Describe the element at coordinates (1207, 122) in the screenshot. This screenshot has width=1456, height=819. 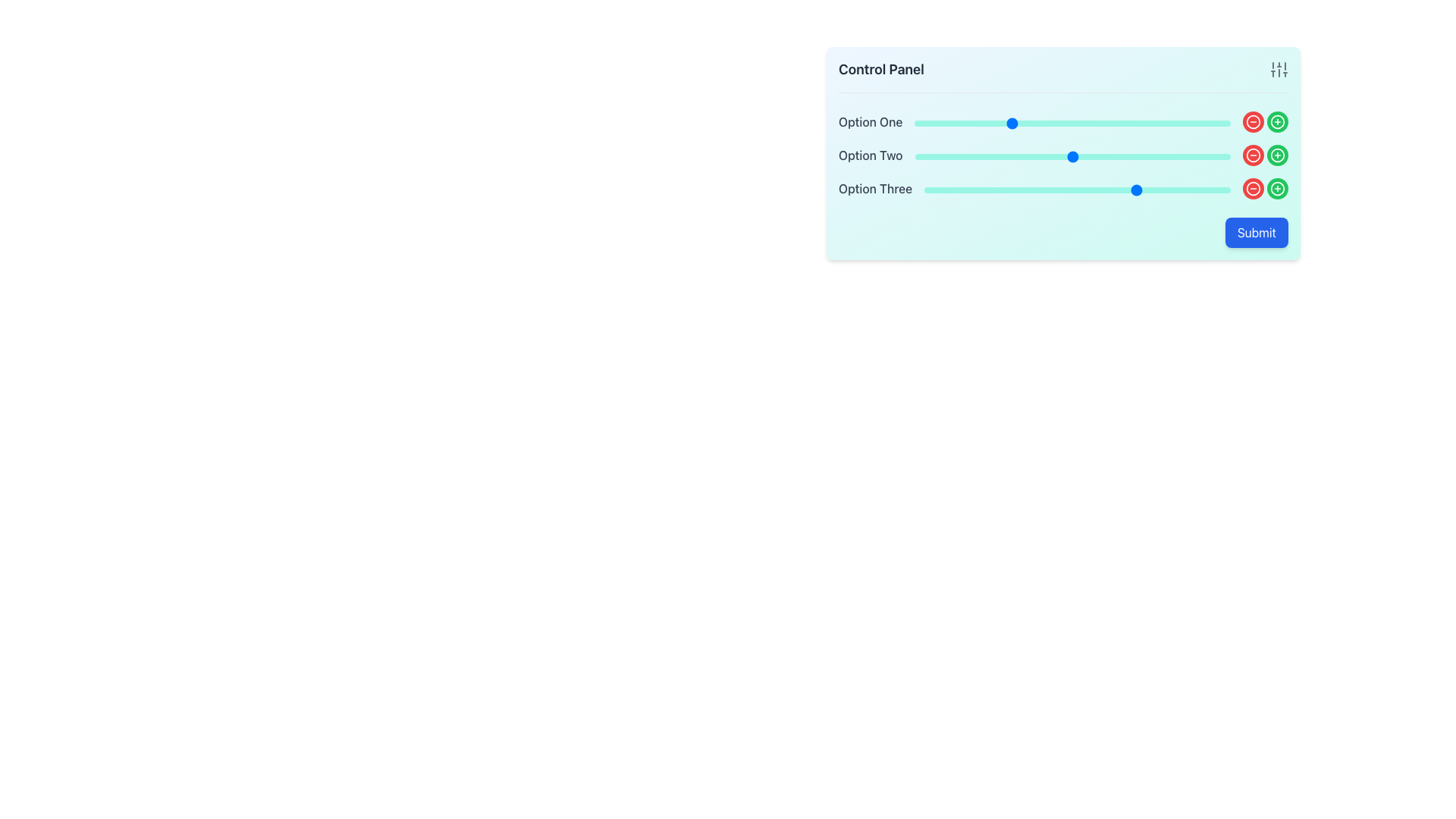
I see `the slider` at that location.